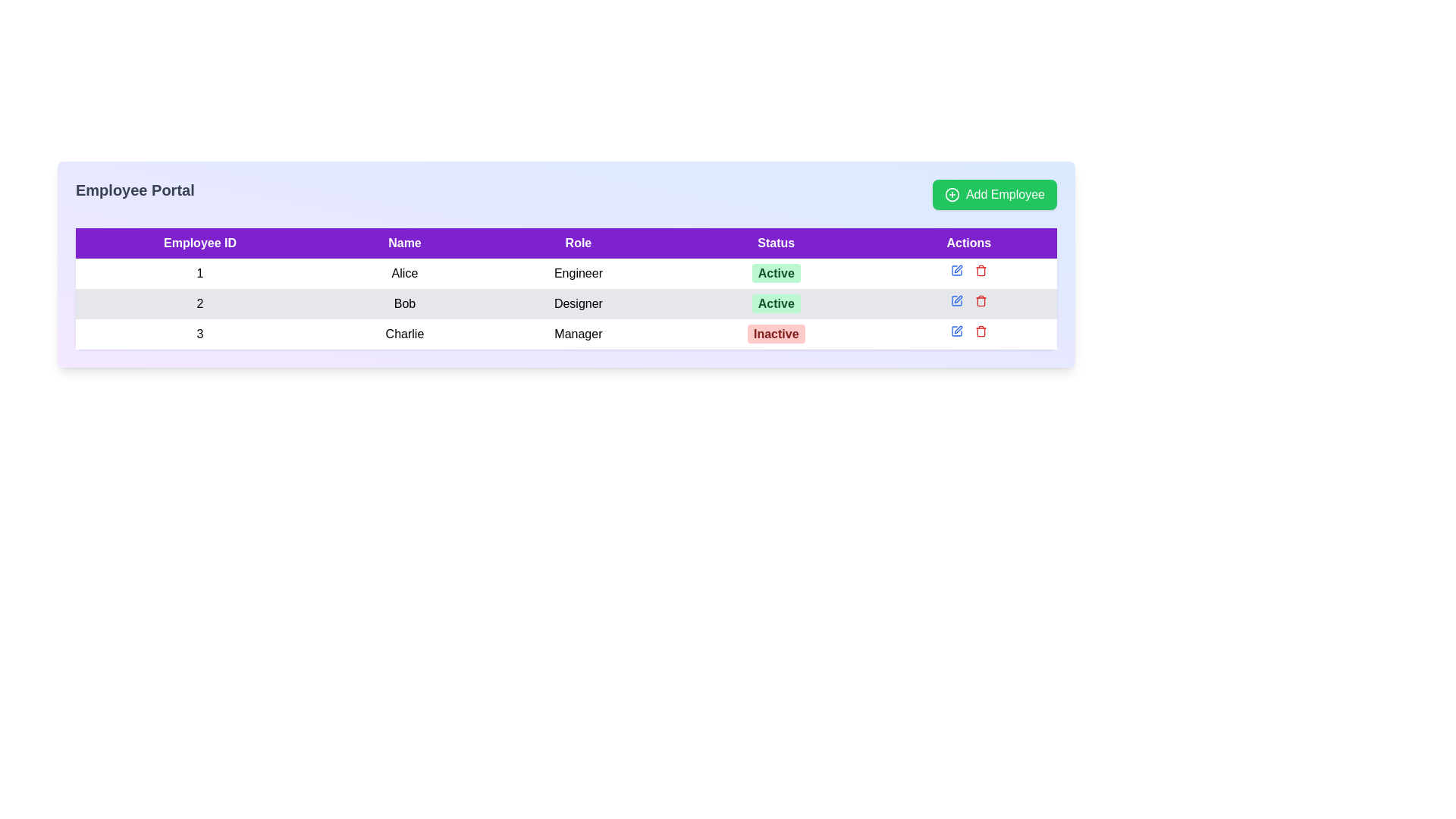 The image size is (1456, 819). Describe the element at coordinates (404, 274) in the screenshot. I see `the Text label displaying the name 'Alice' in the first row of the table, located under the 'Name' column, between '1' (Employee ID) and 'Engineer' (Role)` at that location.